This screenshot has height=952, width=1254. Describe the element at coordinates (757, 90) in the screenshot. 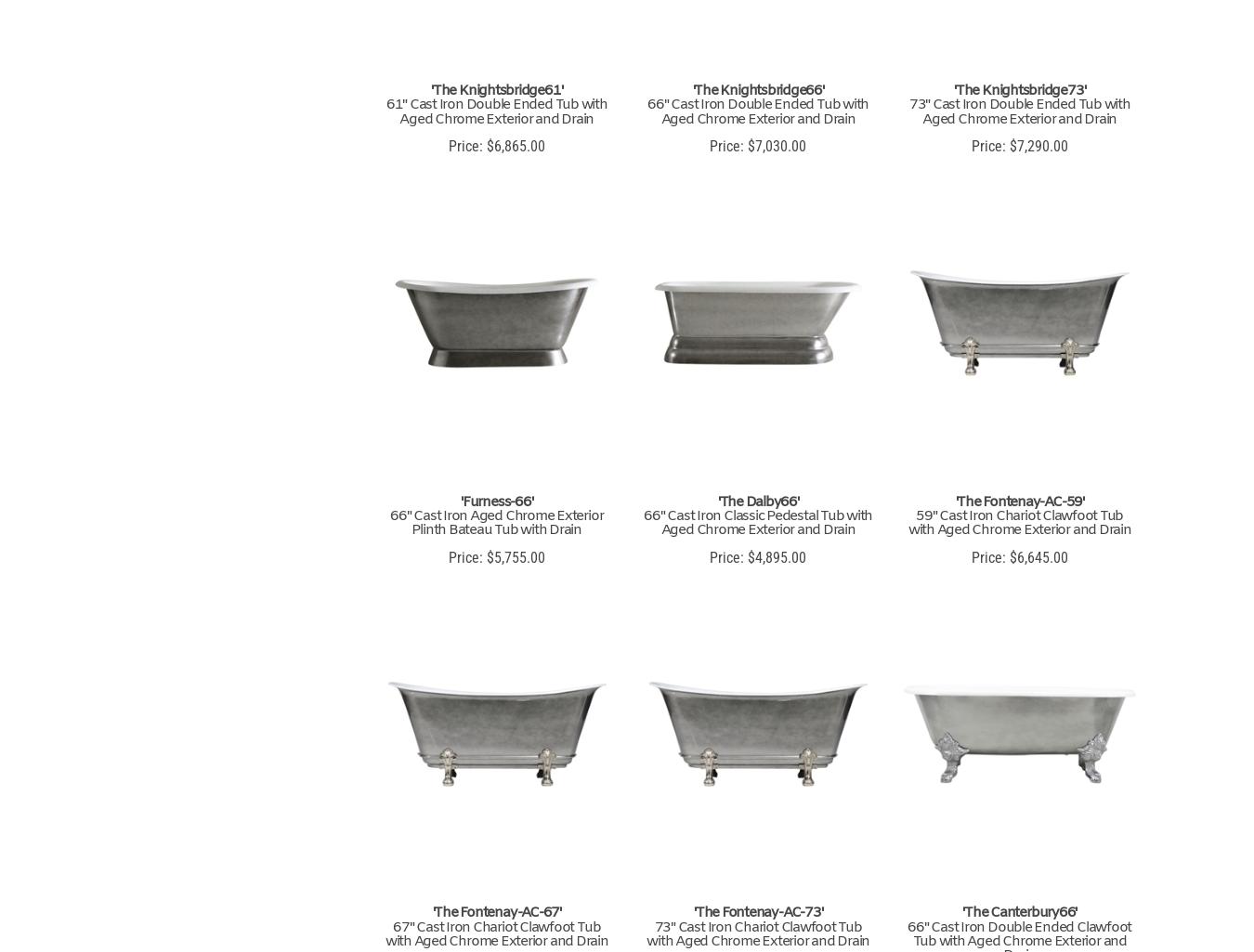

I see `''The Knightsbridge66''` at that location.